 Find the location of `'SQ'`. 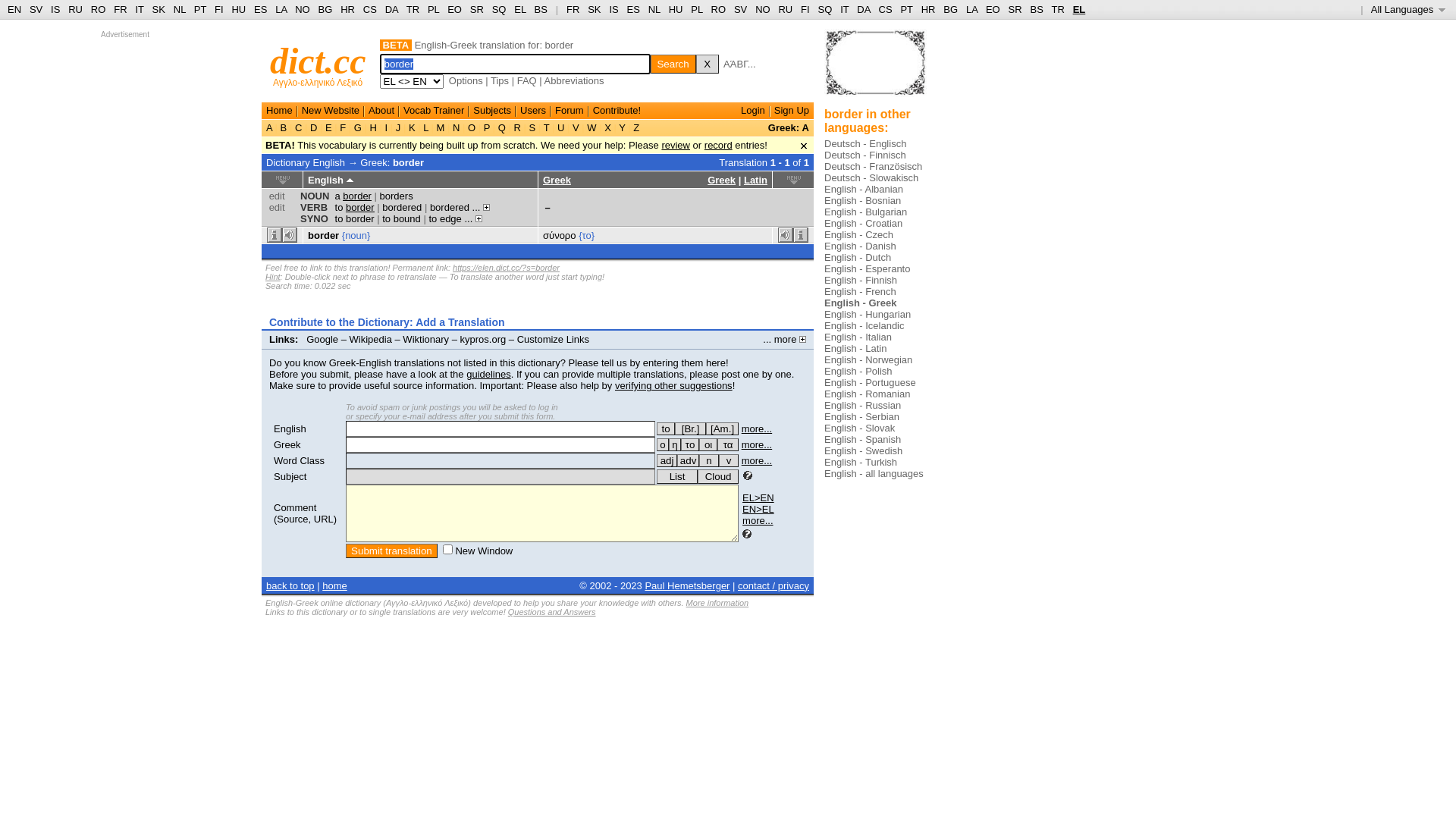

'SQ' is located at coordinates (499, 9).